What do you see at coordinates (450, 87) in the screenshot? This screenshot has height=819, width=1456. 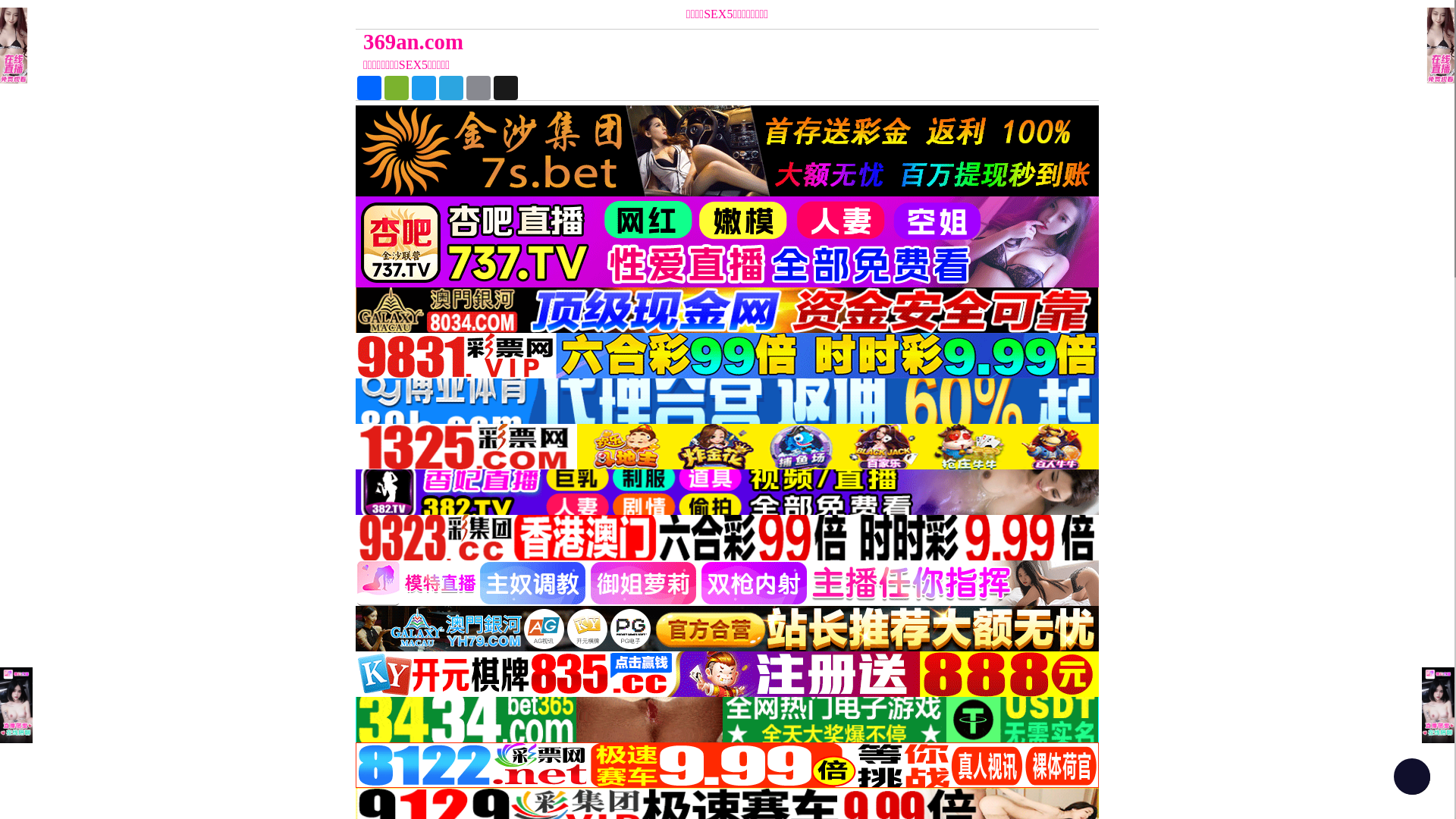 I see `'Telegram'` at bounding box center [450, 87].